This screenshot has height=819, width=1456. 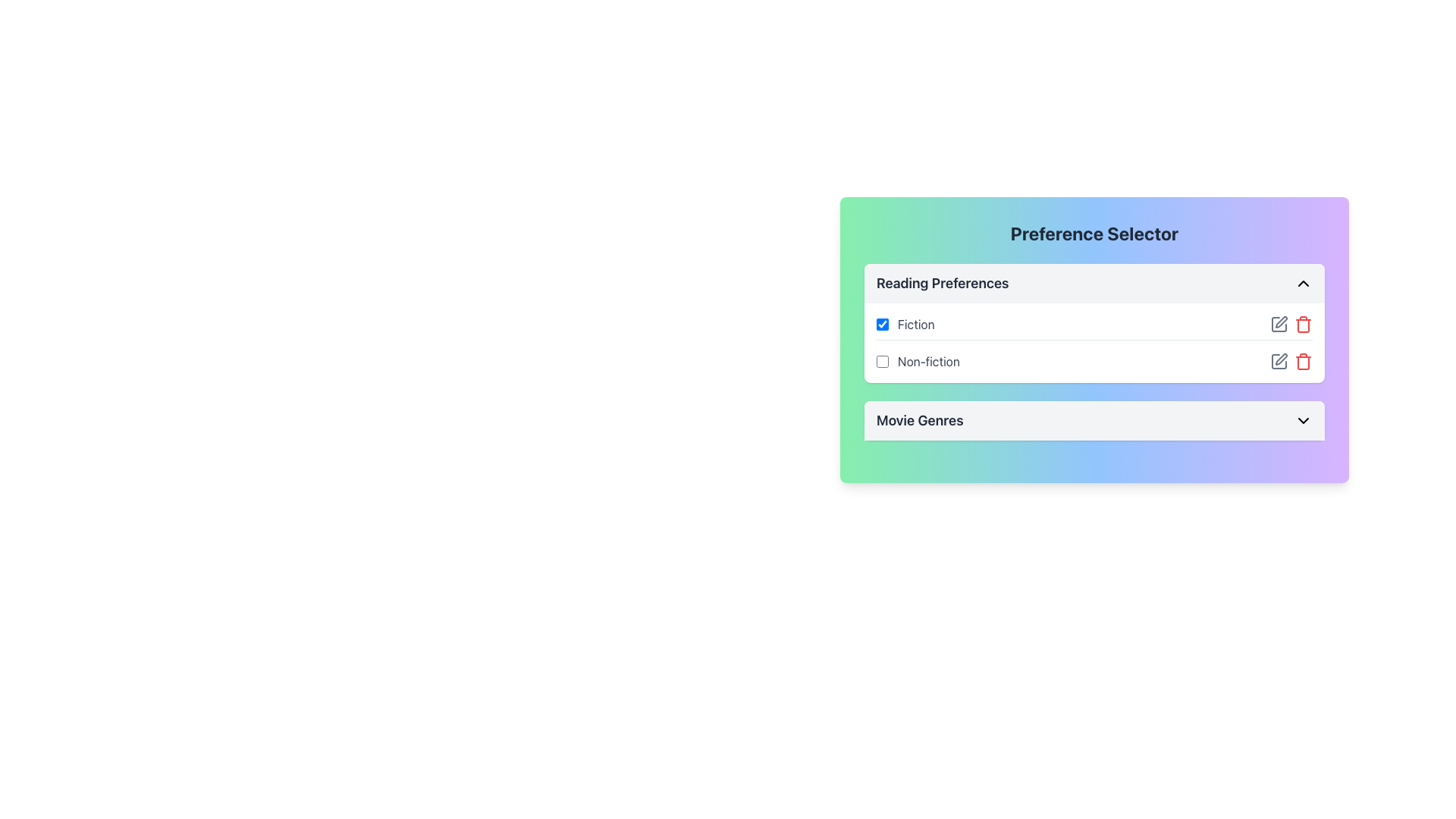 What do you see at coordinates (882, 362) in the screenshot?
I see `the 'Non-fiction' checkbox under the 'Reading Preferences' category` at bounding box center [882, 362].